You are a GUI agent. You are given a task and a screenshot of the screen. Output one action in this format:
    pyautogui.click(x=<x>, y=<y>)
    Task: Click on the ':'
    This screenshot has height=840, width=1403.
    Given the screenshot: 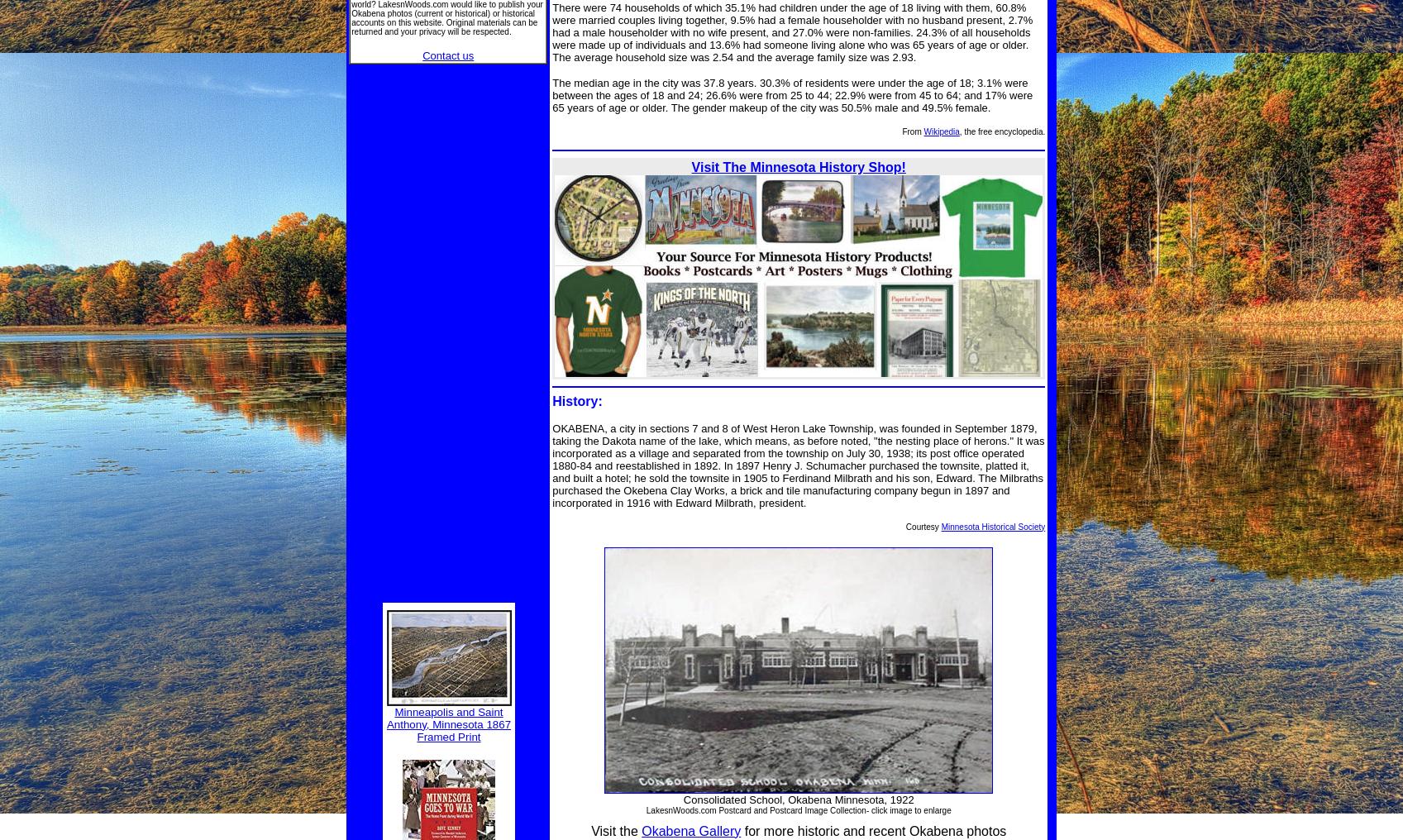 What is the action you would take?
    pyautogui.click(x=599, y=400)
    